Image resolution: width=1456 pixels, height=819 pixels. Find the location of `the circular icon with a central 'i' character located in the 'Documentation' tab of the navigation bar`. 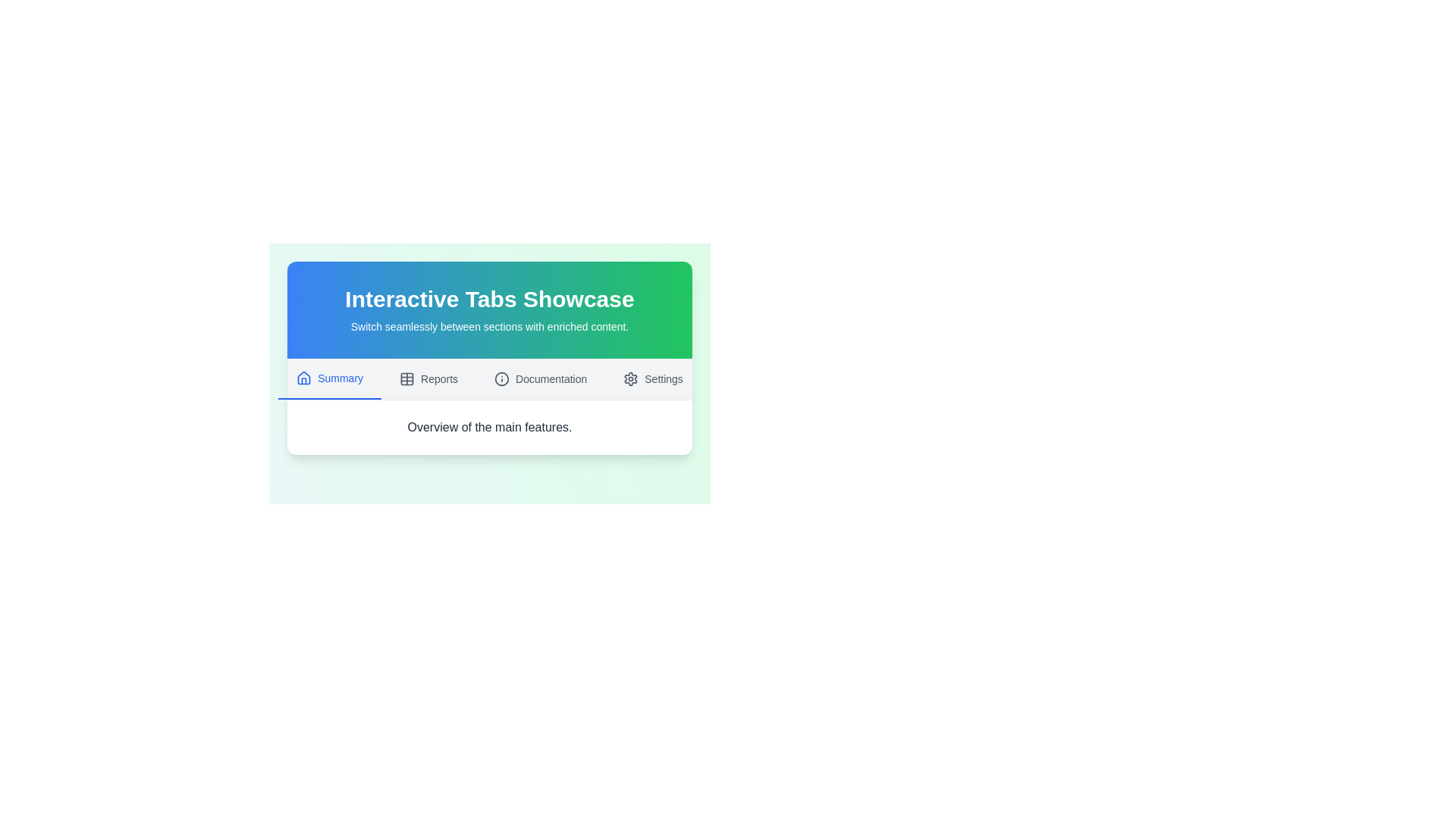

the circular icon with a central 'i' character located in the 'Documentation' tab of the navigation bar is located at coordinates (502, 378).